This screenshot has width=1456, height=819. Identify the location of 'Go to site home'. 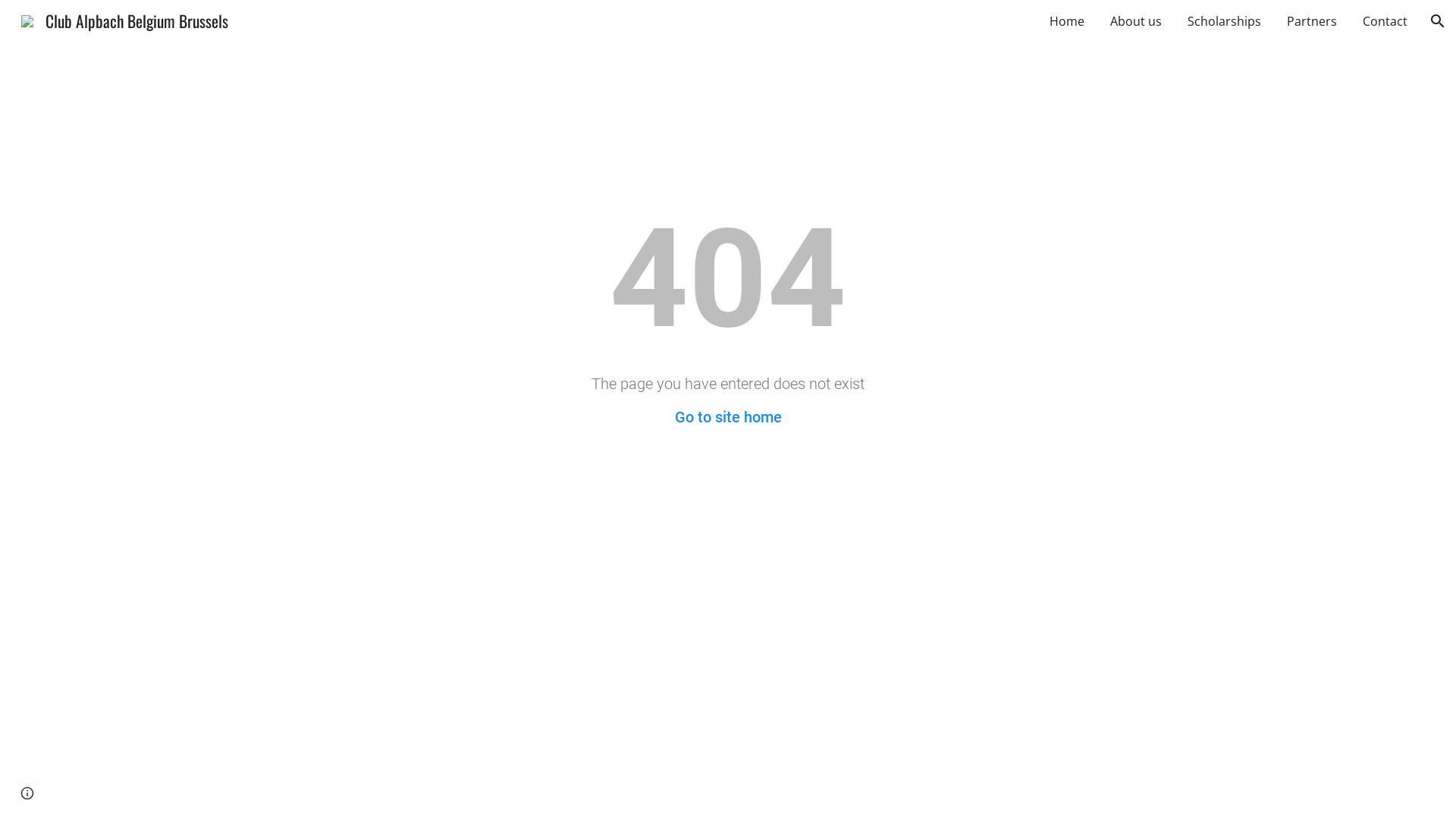
(673, 417).